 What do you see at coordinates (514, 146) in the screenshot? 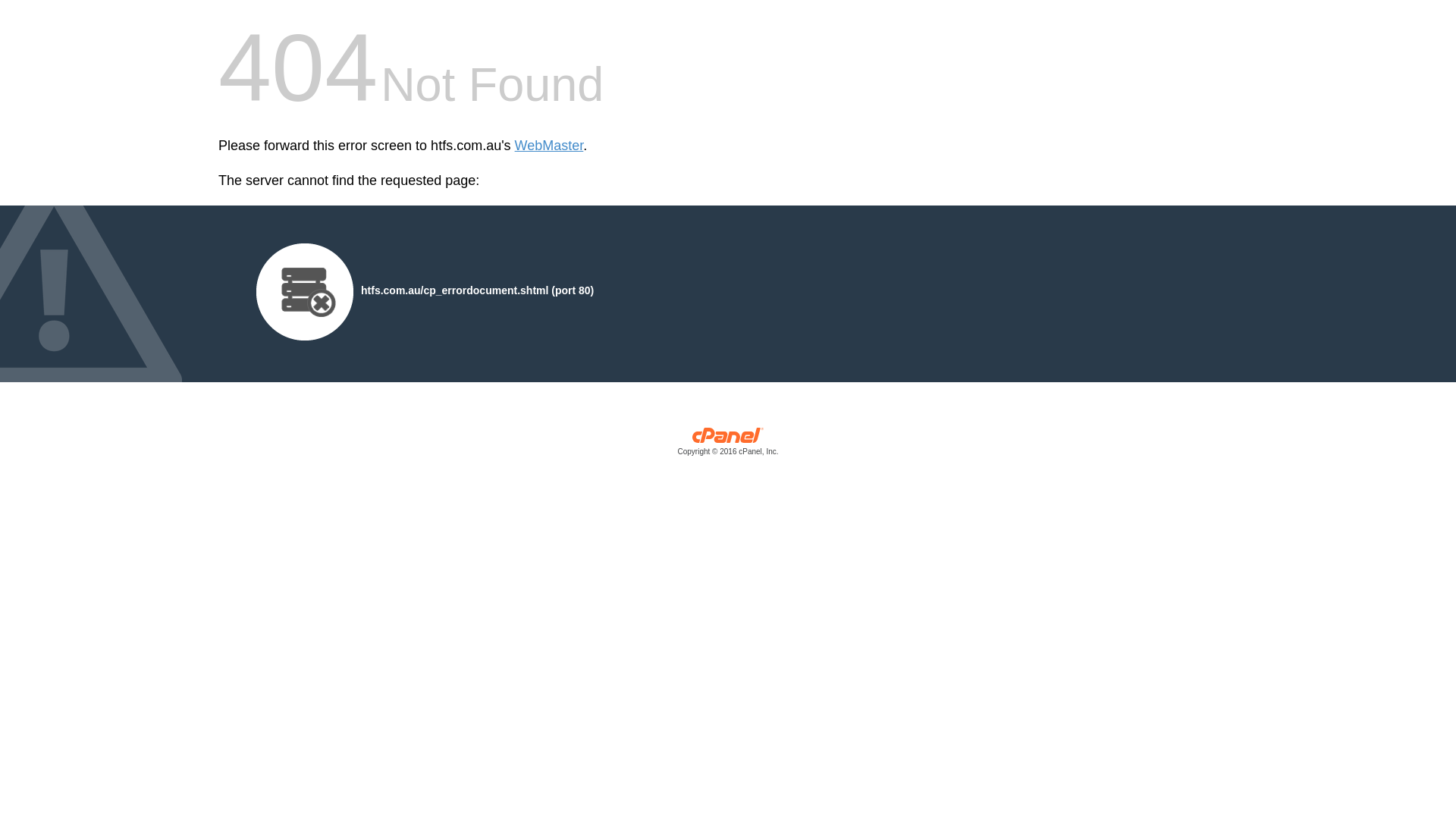
I see `'WebMaster'` at bounding box center [514, 146].